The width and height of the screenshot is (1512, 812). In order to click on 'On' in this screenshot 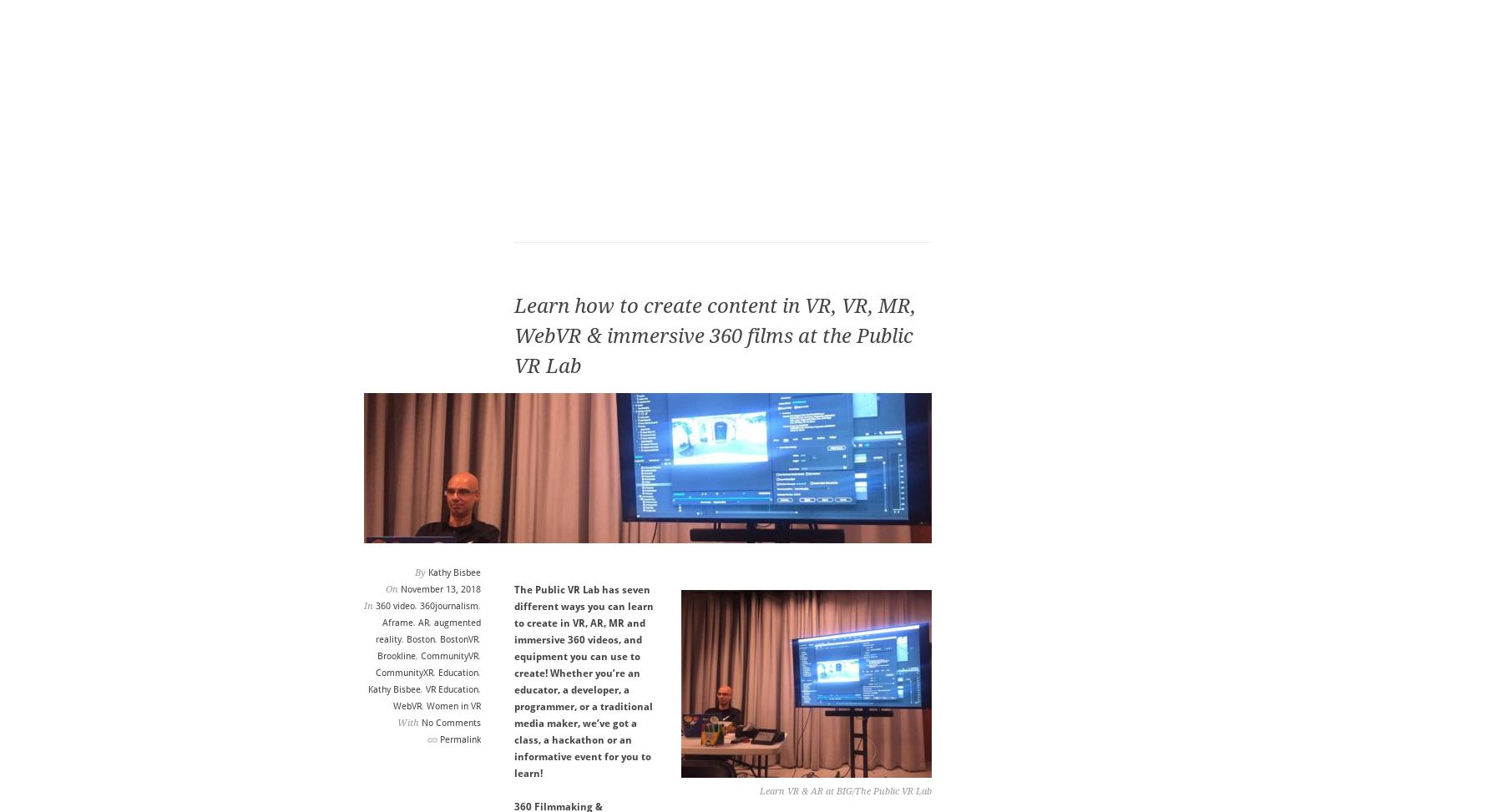, I will do `click(392, 589)`.